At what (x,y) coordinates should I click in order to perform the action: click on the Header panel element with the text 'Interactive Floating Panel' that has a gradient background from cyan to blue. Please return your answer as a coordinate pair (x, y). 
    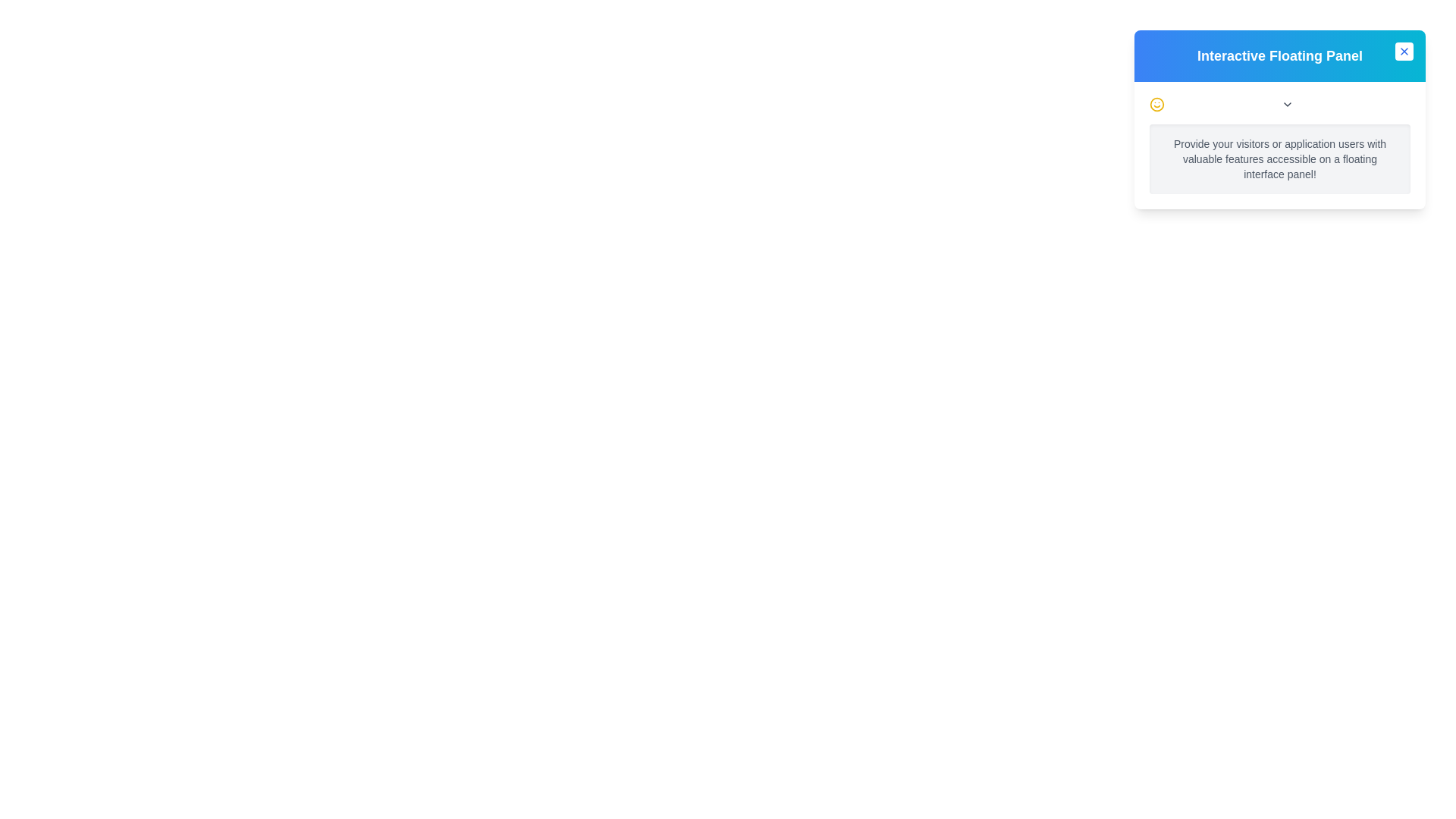
    Looking at the image, I should click on (1279, 55).